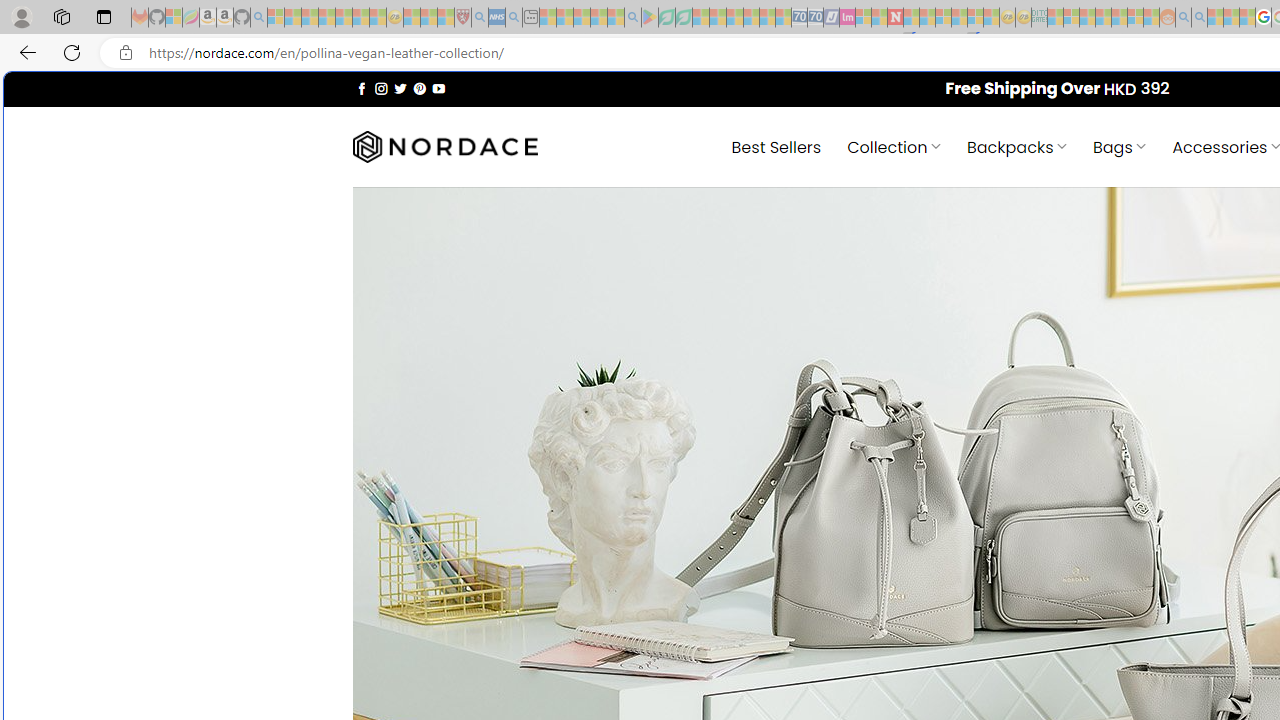 The width and height of the screenshot is (1280, 720). I want to click on '  Best Sellers', so click(775, 145).